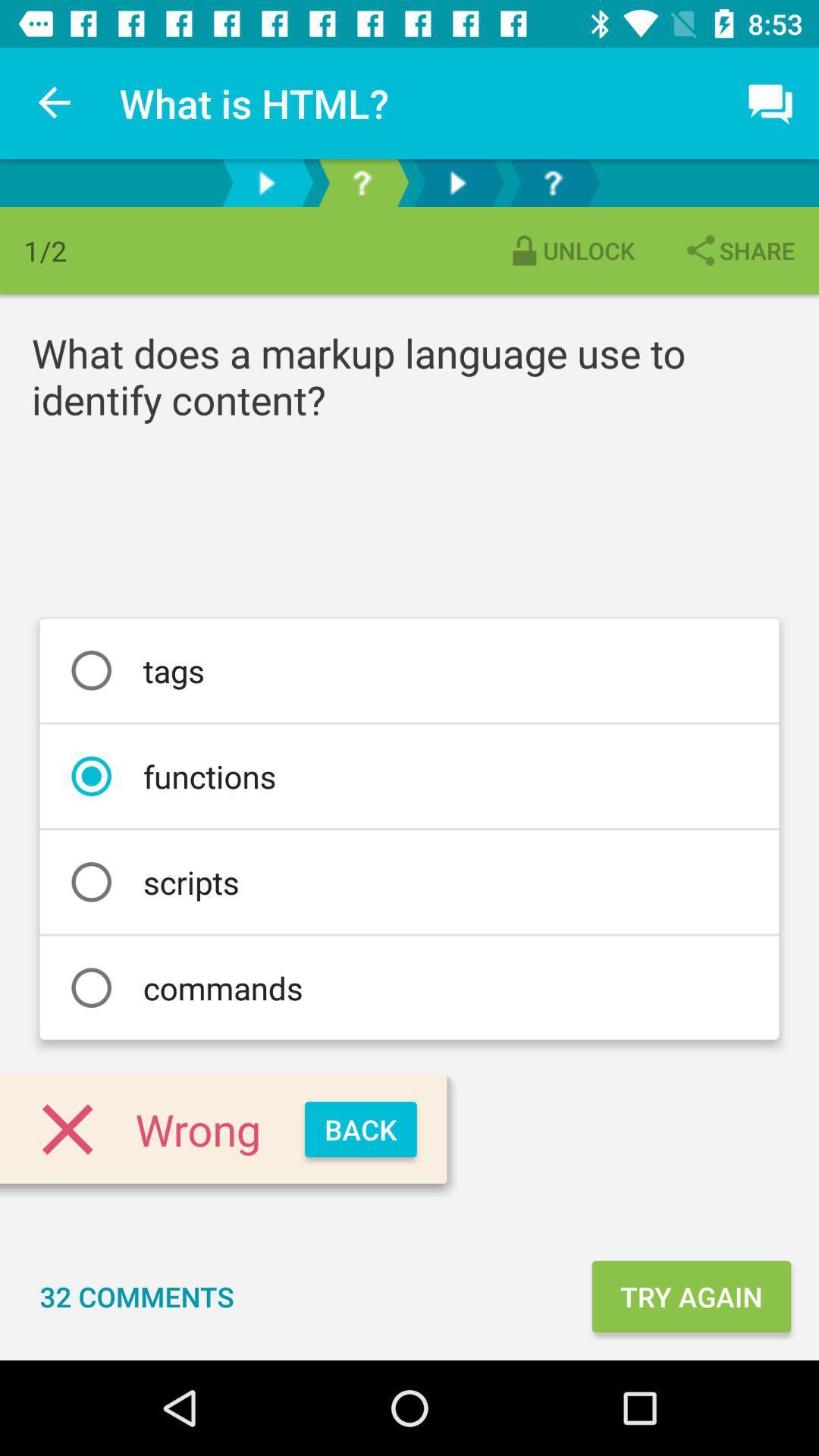 The height and width of the screenshot is (1456, 819). I want to click on the back, so click(360, 1129).